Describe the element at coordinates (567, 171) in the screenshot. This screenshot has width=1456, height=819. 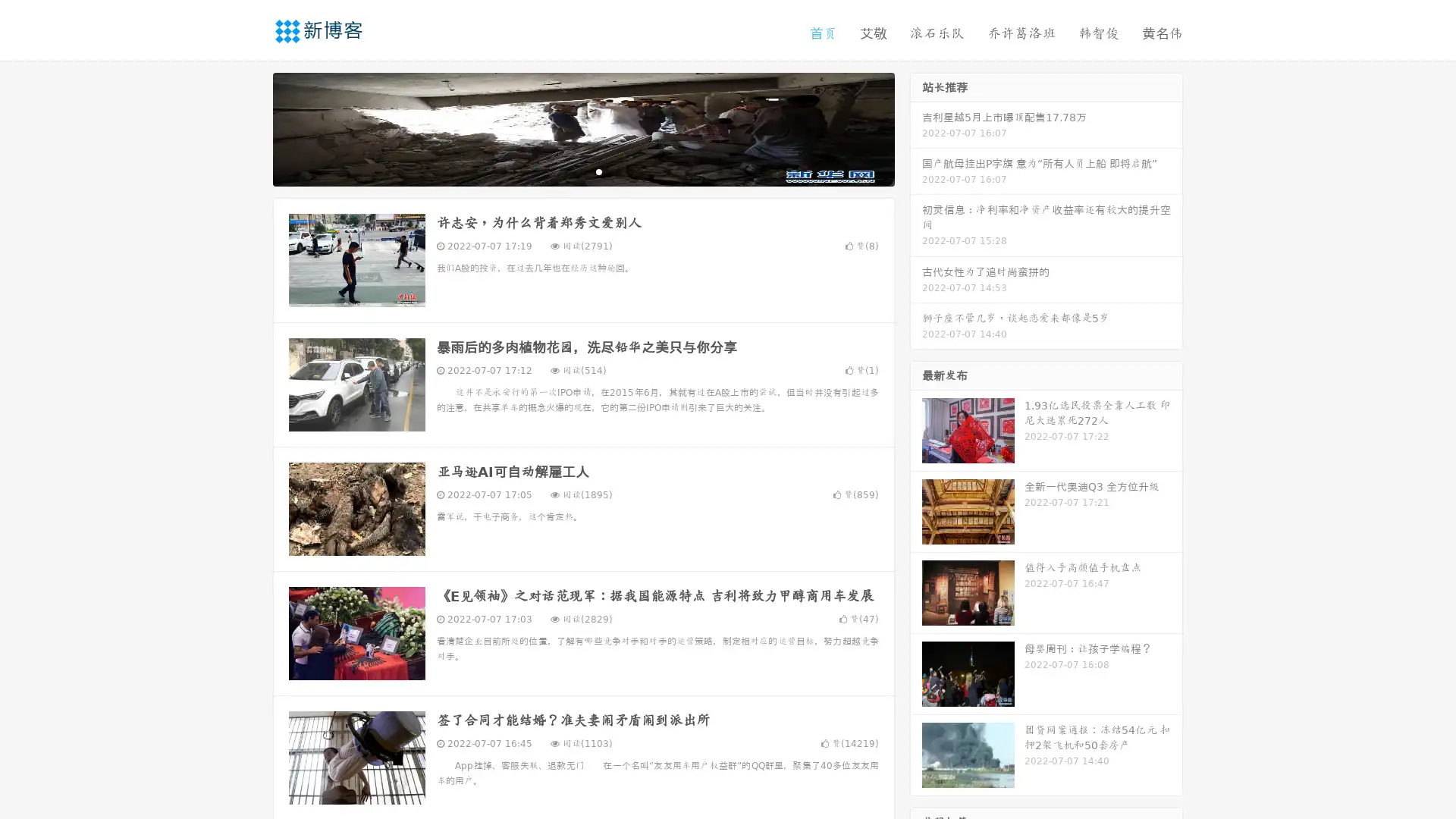
I see `Go to slide 1` at that location.